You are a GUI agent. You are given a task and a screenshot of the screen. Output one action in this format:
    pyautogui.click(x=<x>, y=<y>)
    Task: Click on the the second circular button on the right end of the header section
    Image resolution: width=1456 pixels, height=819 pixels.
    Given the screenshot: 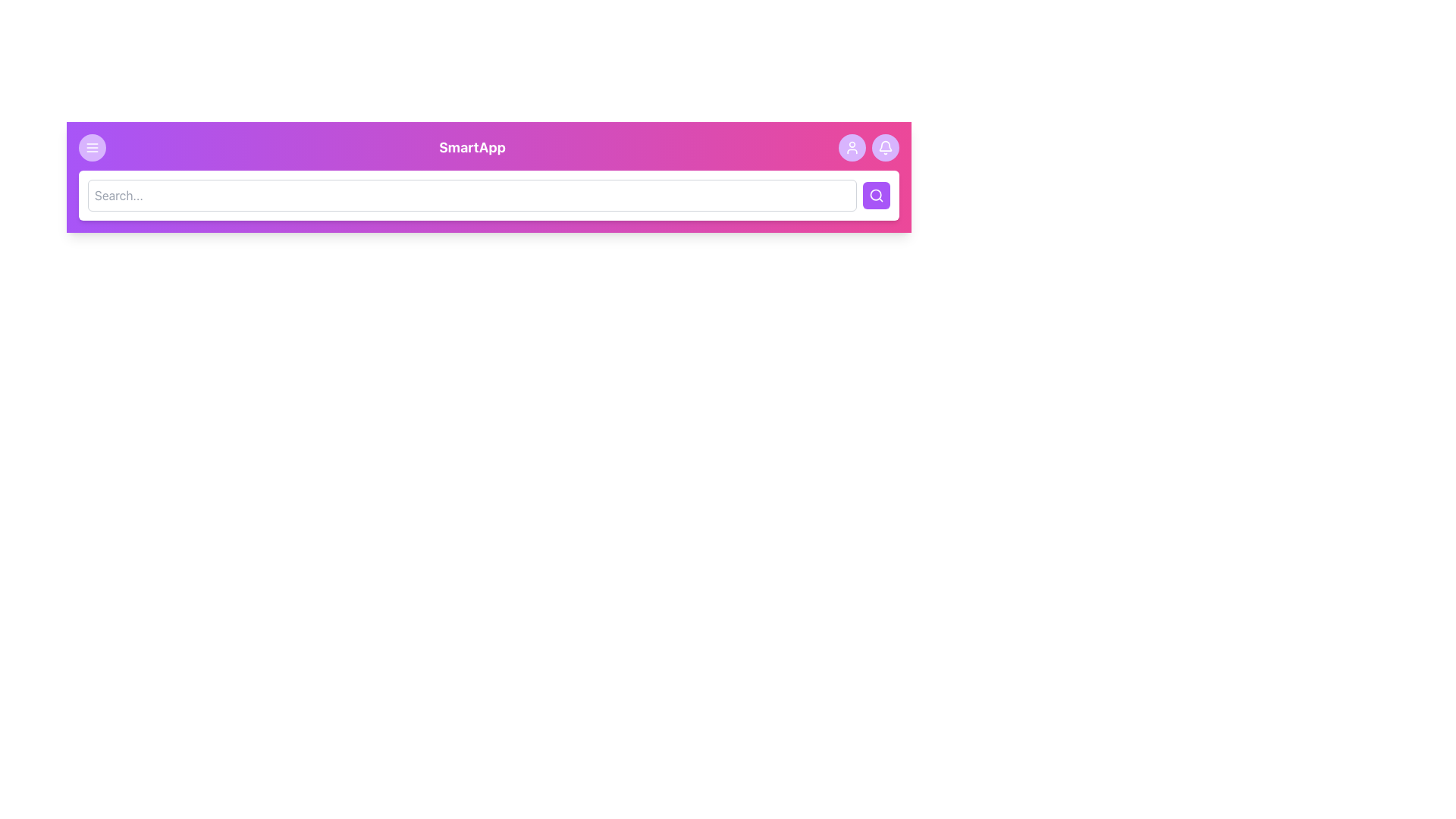 What is the action you would take?
    pyautogui.click(x=885, y=148)
    